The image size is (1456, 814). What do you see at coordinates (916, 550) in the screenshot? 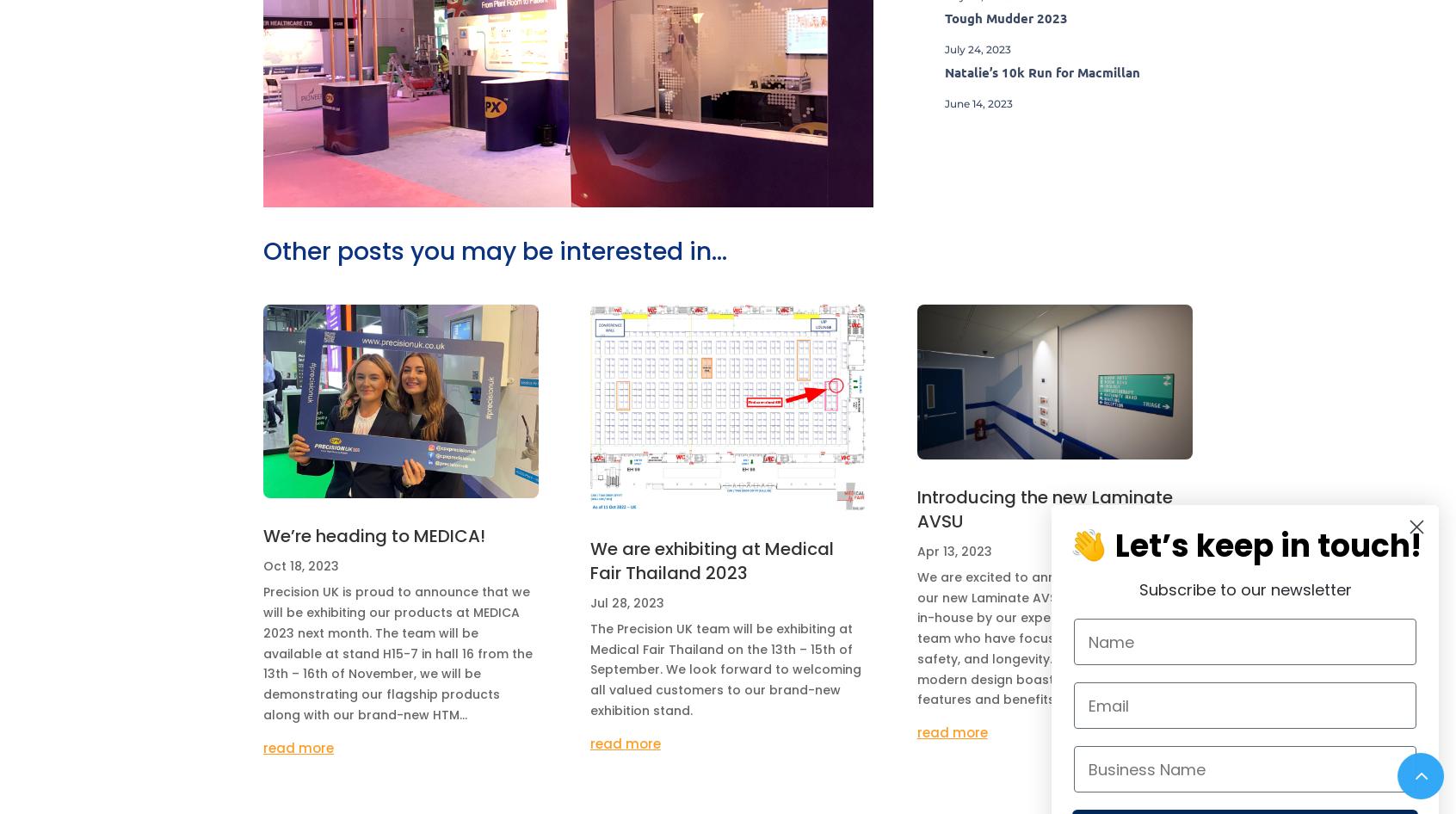
I see `'Apr 13, 2023'` at bounding box center [916, 550].